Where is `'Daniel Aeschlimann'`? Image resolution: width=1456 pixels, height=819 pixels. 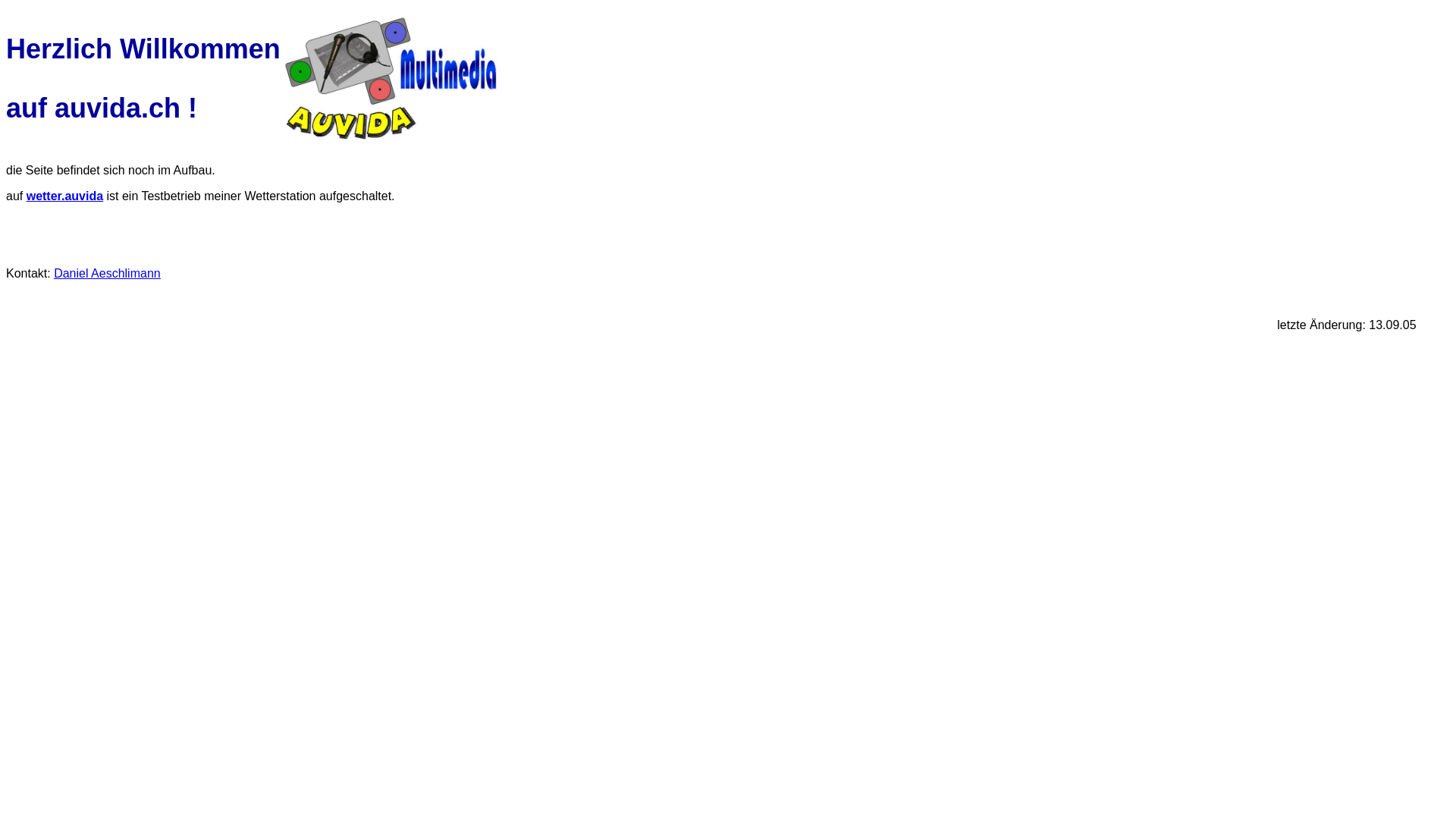
'Daniel Aeschlimann' is located at coordinates (54, 273).